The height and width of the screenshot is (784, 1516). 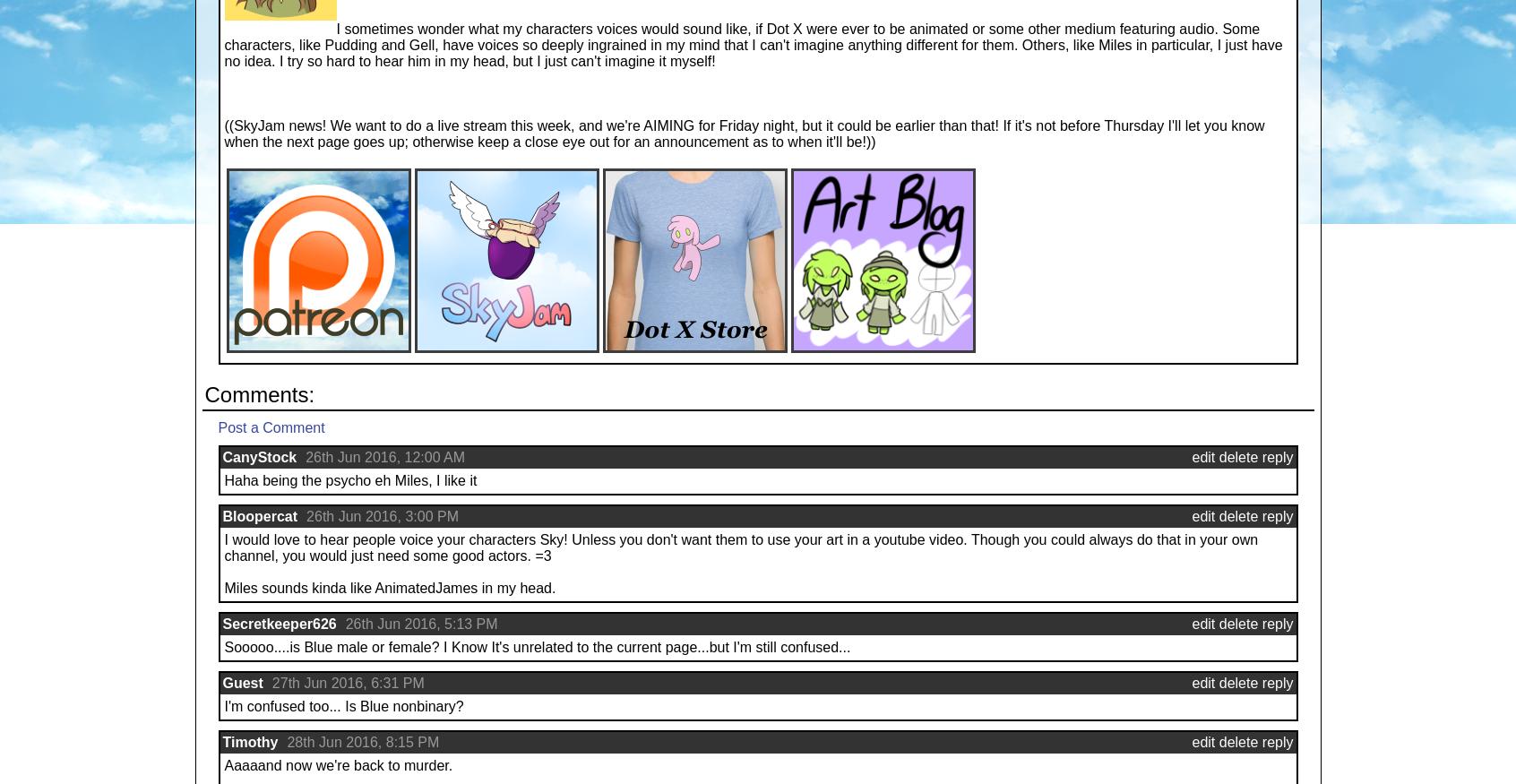 What do you see at coordinates (250, 742) in the screenshot?
I see `'Timothy'` at bounding box center [250, 742].